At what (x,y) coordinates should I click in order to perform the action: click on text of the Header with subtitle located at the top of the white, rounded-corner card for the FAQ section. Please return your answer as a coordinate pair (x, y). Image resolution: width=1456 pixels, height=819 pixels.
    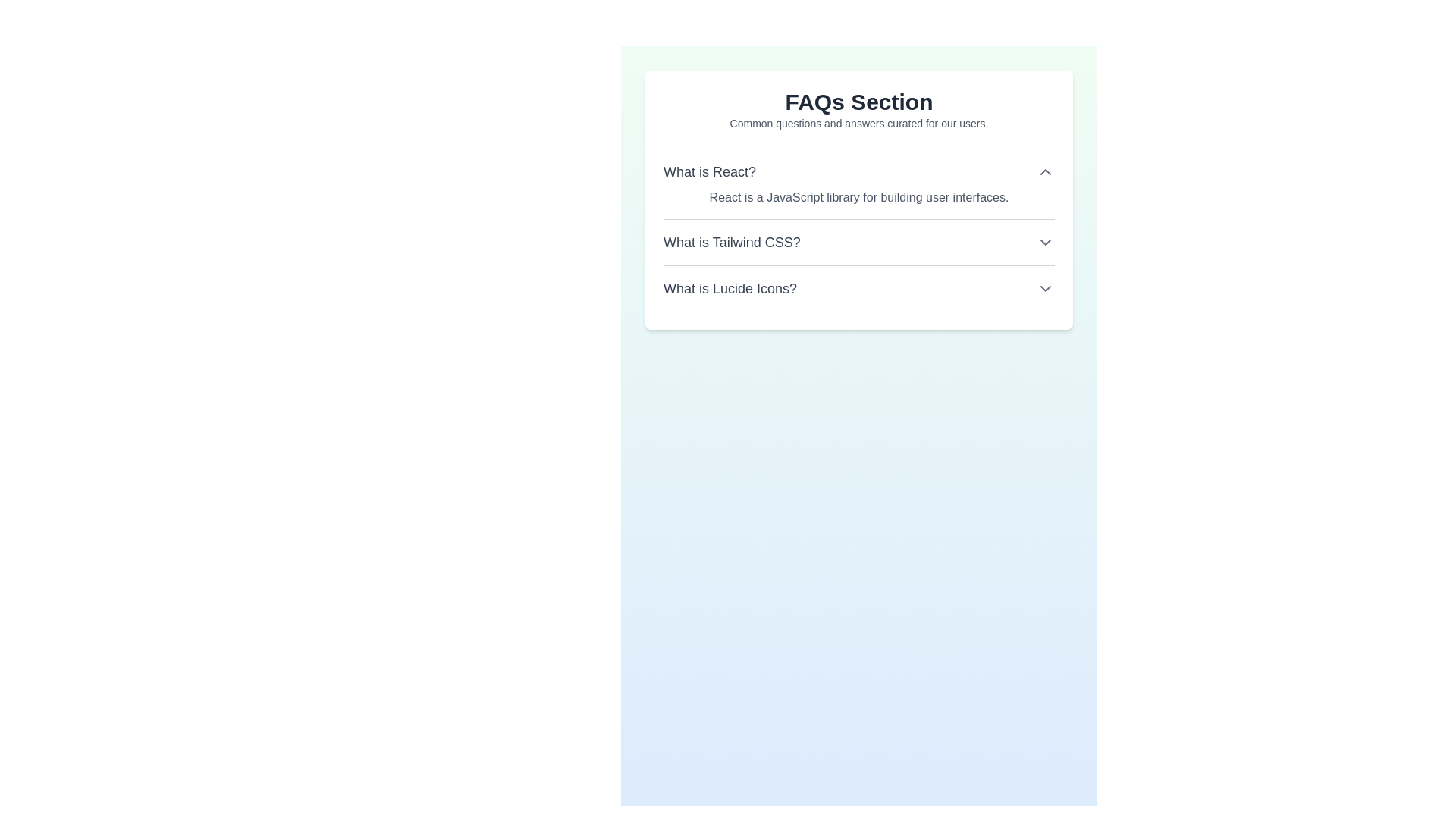
    Looking at the image, I should click on (858, 109).